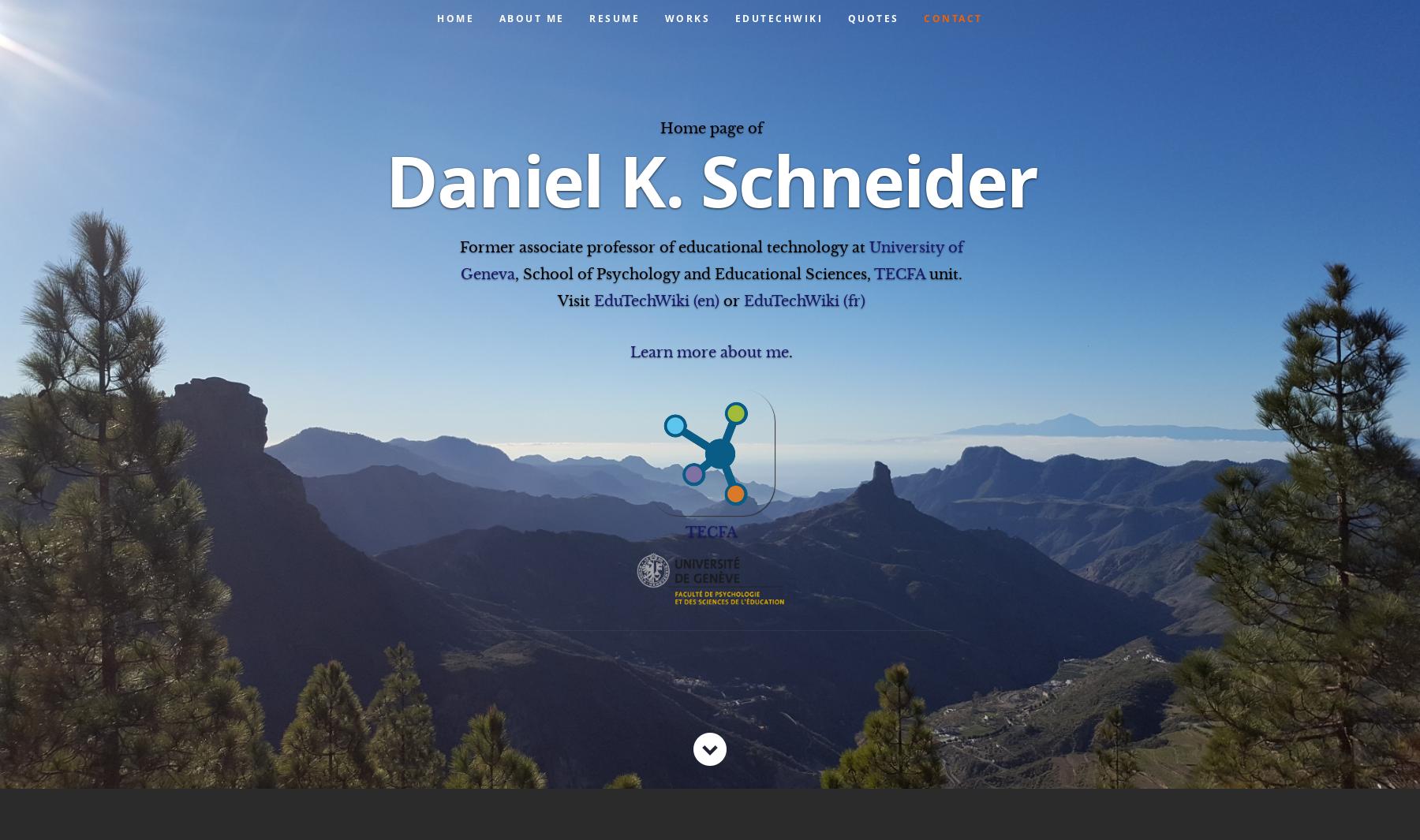 This screenshot has width=1420, height=840. Describe the element at coordinates (531, 17) in the screenshot. I see `'About me'` at that location.